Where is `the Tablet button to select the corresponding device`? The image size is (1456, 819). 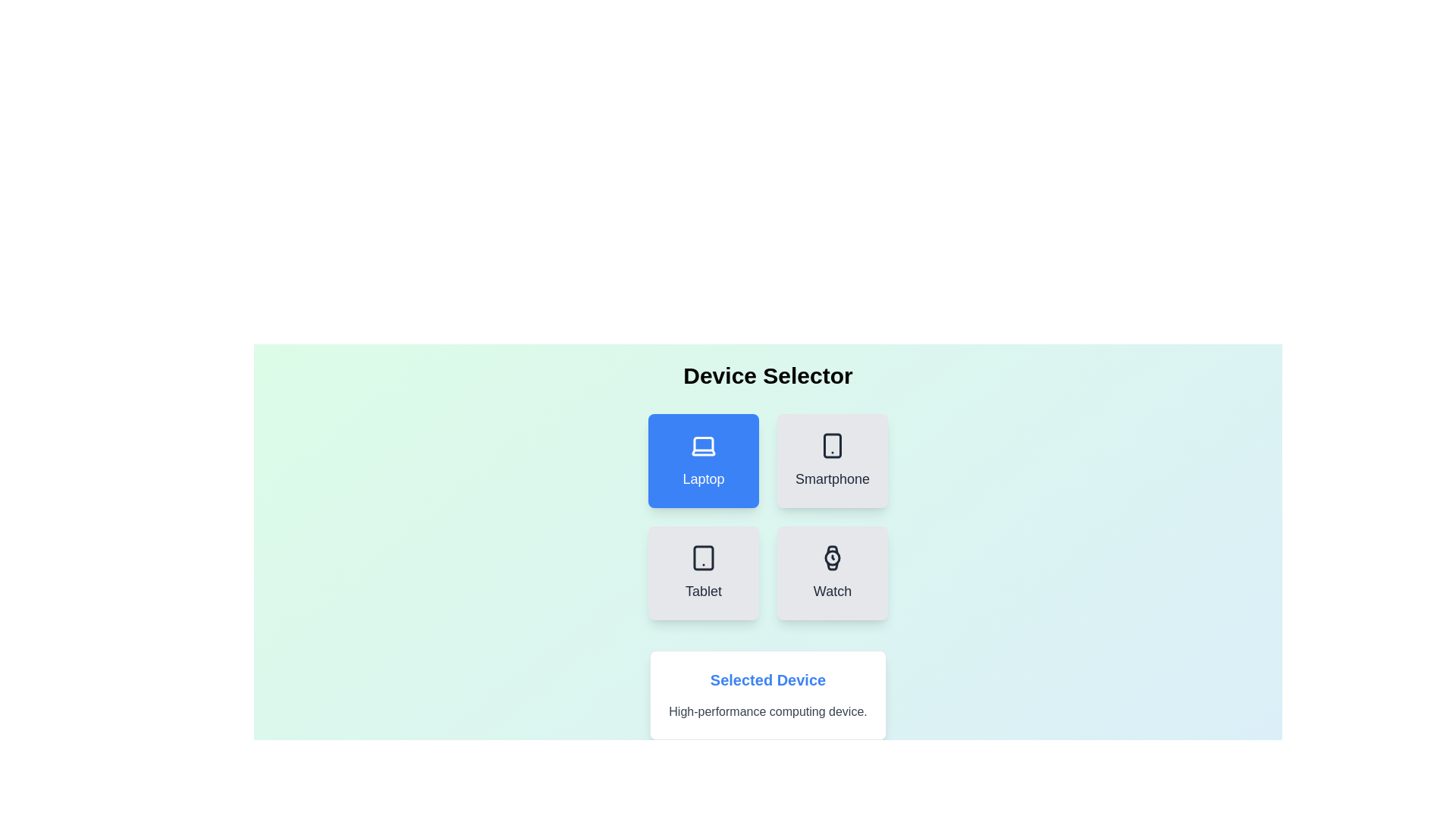
the Tablet button to select the corresponding device is located at coordinates (702, 573).